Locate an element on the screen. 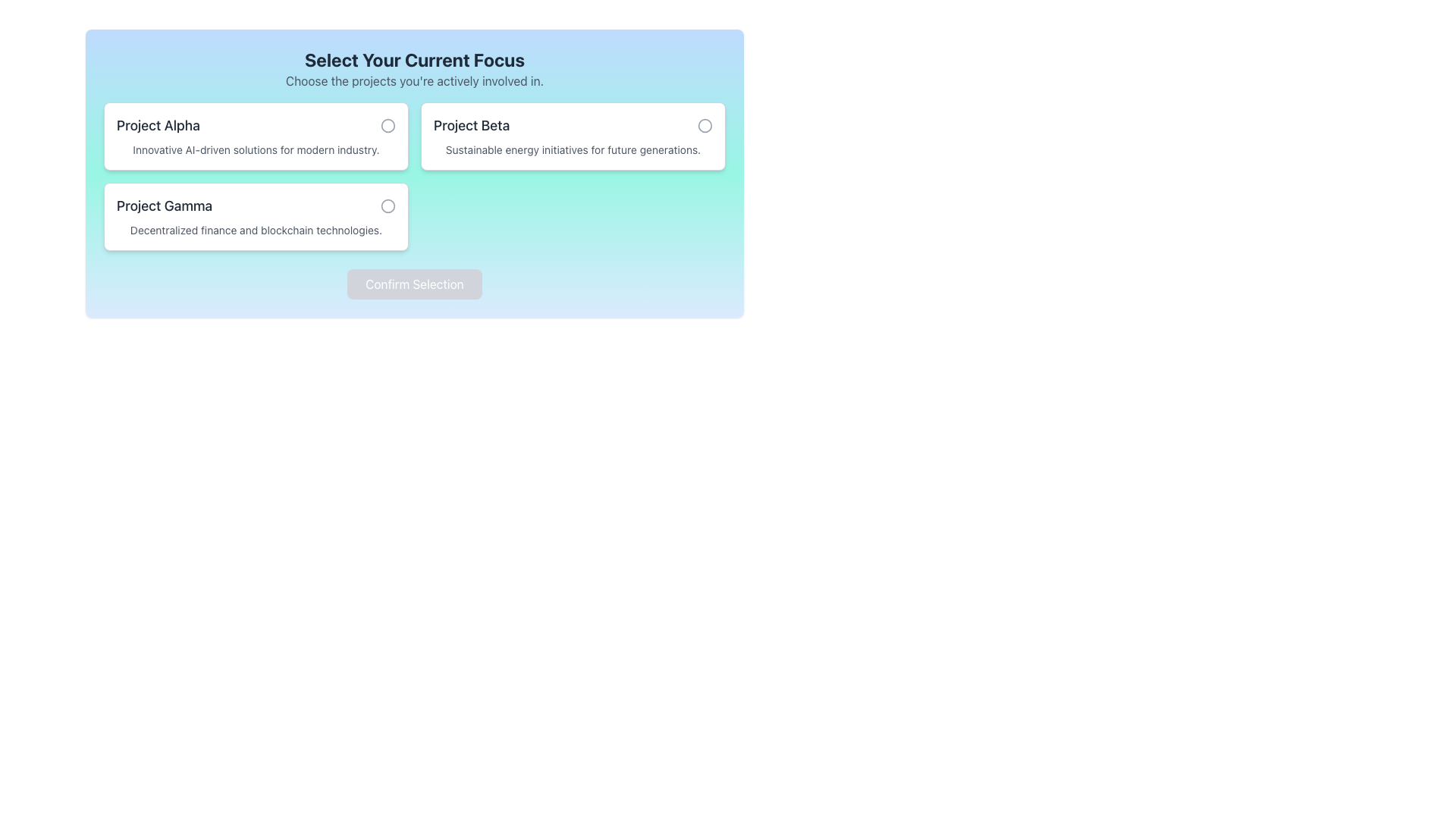  the circular radio button icon located next to the label 'Project Alpha' is located at coordinates (387, 124).